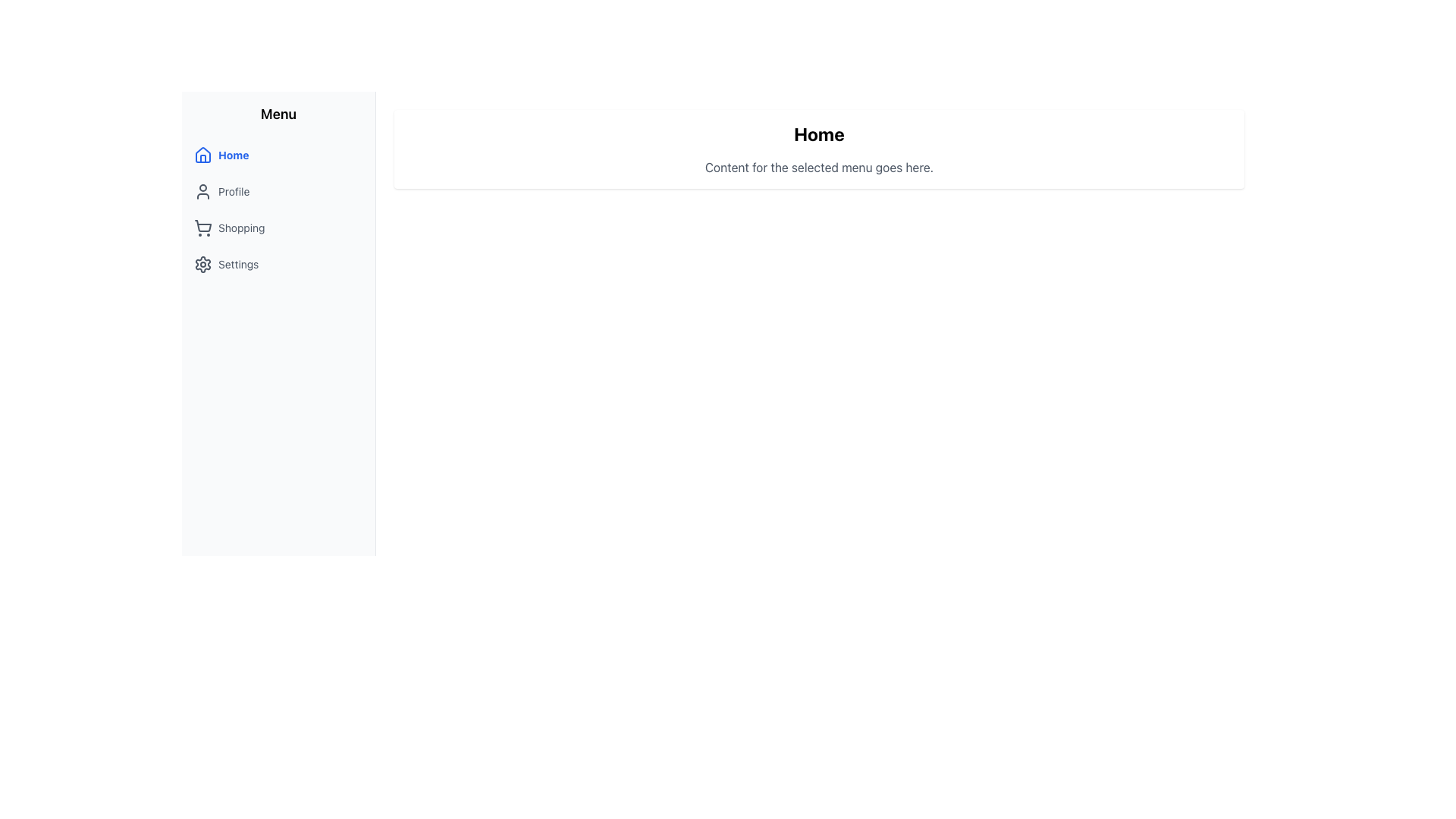  Describe the element at coordinates (818, 167) in the screenshot. I see `the textual description that reads 'Content for the selected menu goes here.', which is styled in gray and located beneath the bold 'Home' title` at that location.